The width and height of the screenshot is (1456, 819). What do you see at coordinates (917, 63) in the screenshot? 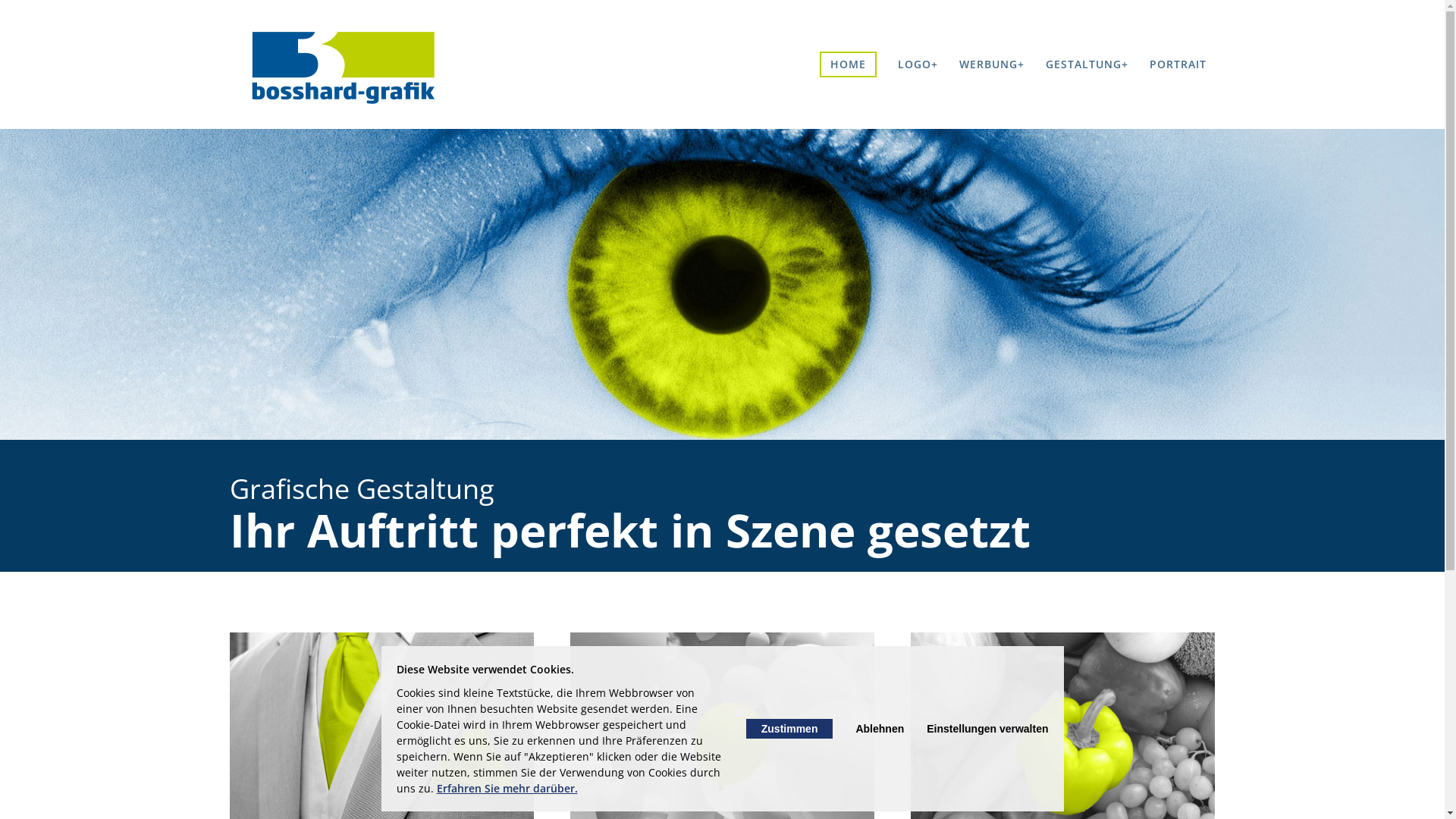
I see `'LOGO+'` at bounding box center [917, 63].